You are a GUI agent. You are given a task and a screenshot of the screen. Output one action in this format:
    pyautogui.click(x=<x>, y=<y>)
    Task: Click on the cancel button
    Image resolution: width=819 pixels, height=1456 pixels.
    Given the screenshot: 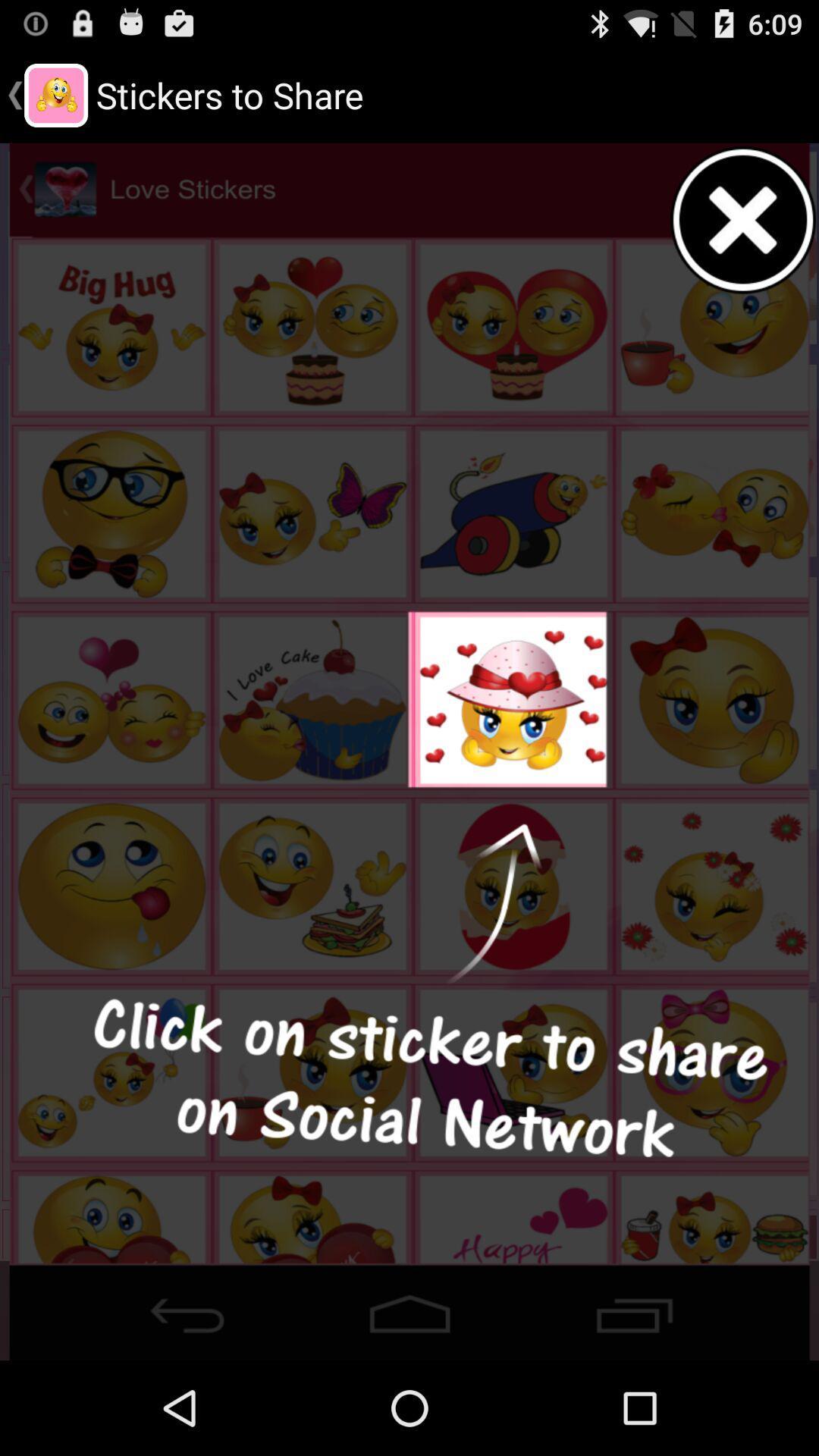 What is the action you would take?
    pyautogui.click(x=743, y=219)
    